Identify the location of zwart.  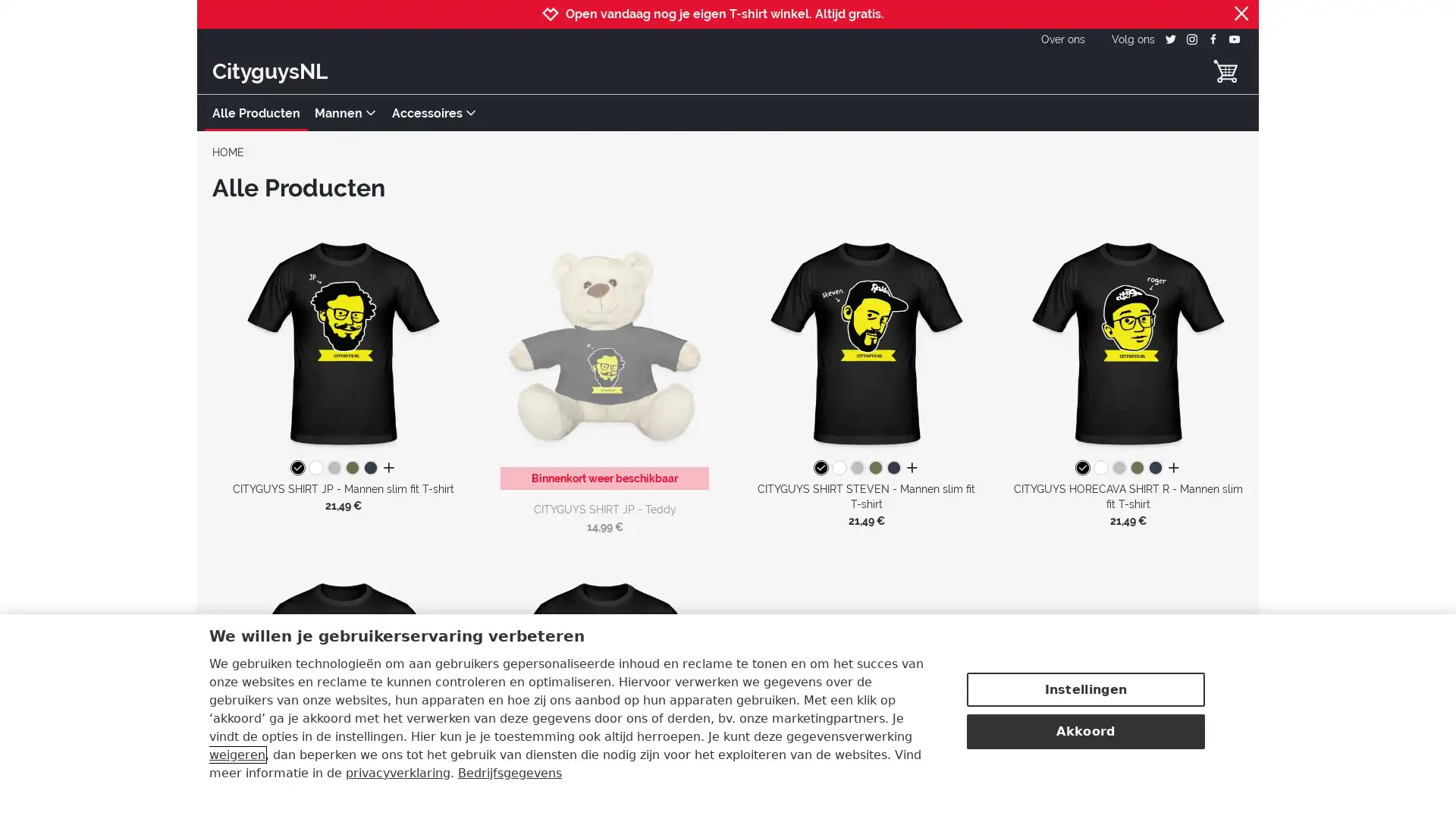
(1081, 468).